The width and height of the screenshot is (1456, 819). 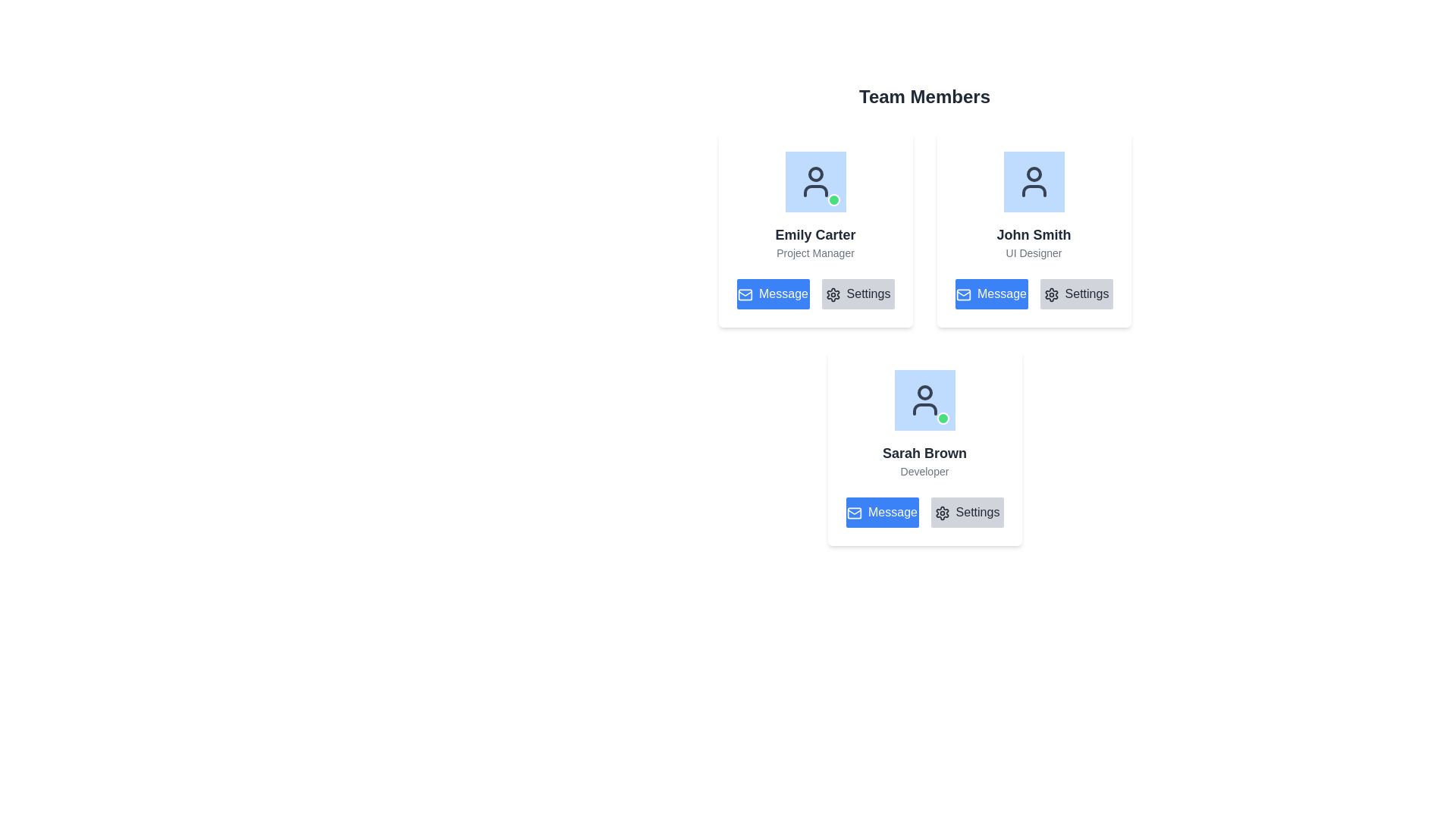 What do you see at coordinates (924, 400) in the screenshot?
I see `the user silhouette icon located at the top center of the card for 'Sarah Brown', which features a dark gray stroke on a light blue circular background, to perform associated actions` at bounding box center [924, 400].